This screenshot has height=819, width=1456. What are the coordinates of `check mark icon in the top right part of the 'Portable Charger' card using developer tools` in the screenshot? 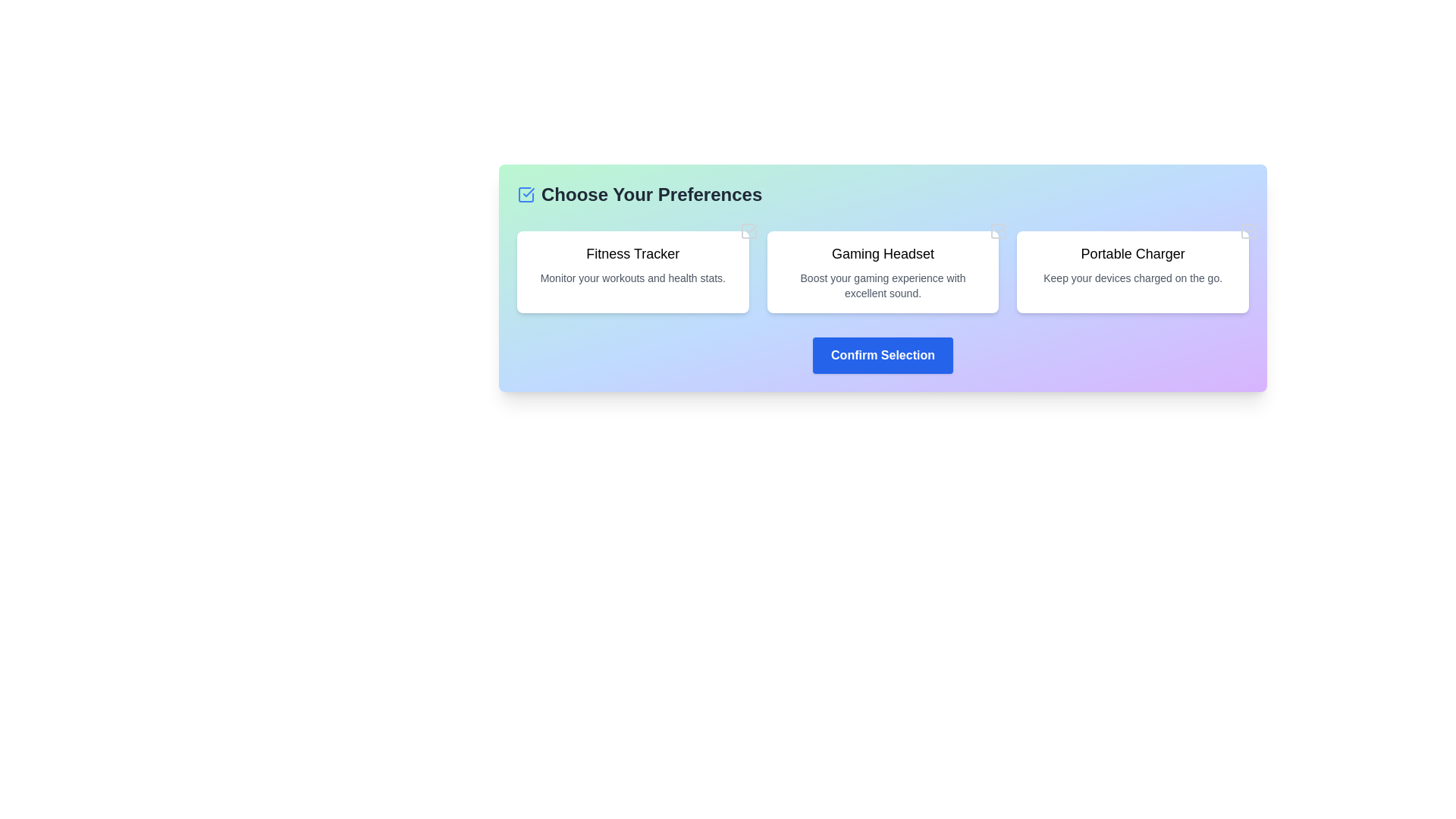 It's located at (1251, 228).